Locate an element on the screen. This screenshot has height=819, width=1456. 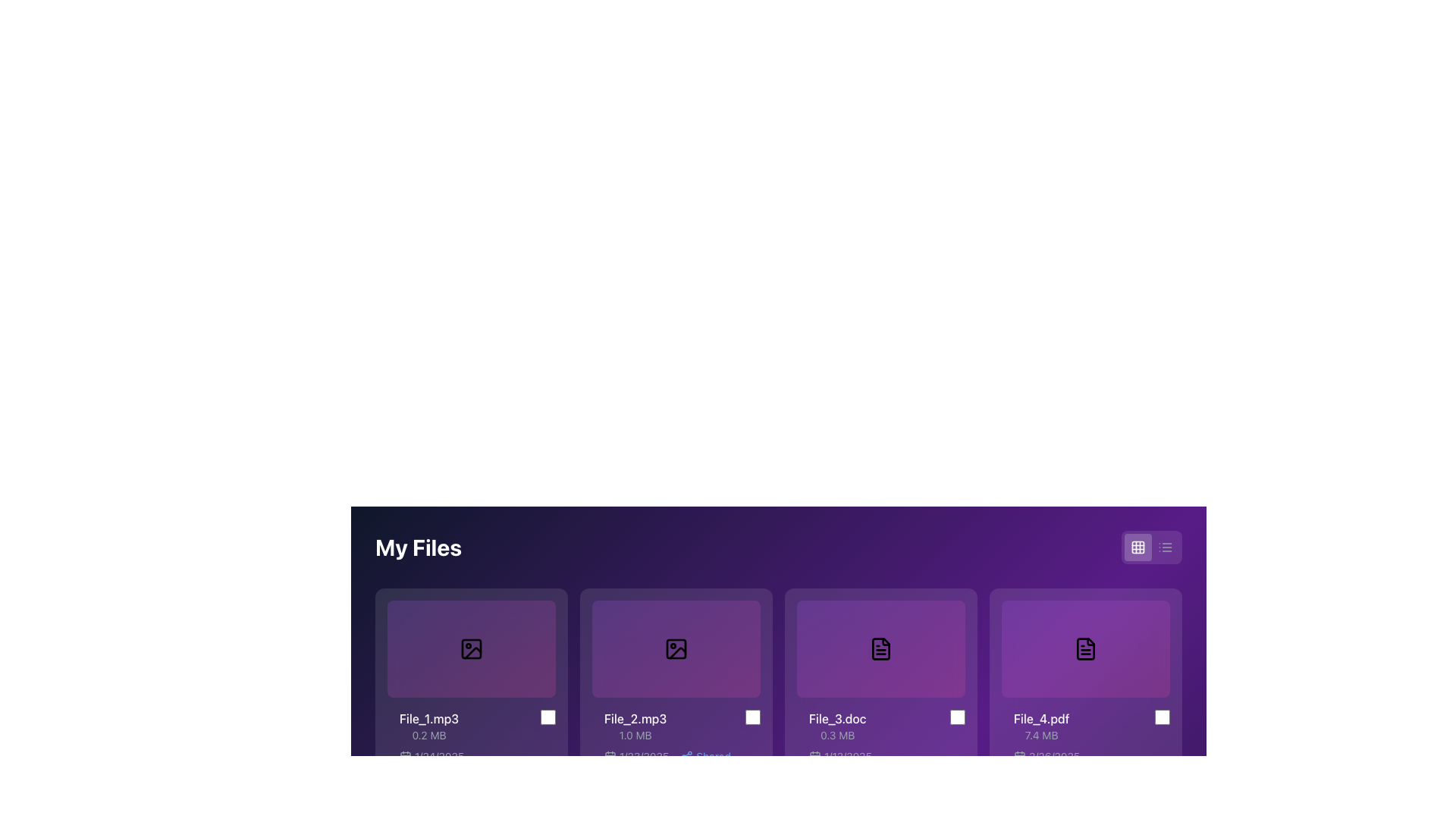
the fourth file preview card in the grid layout is located at coordinates (1084, 648).